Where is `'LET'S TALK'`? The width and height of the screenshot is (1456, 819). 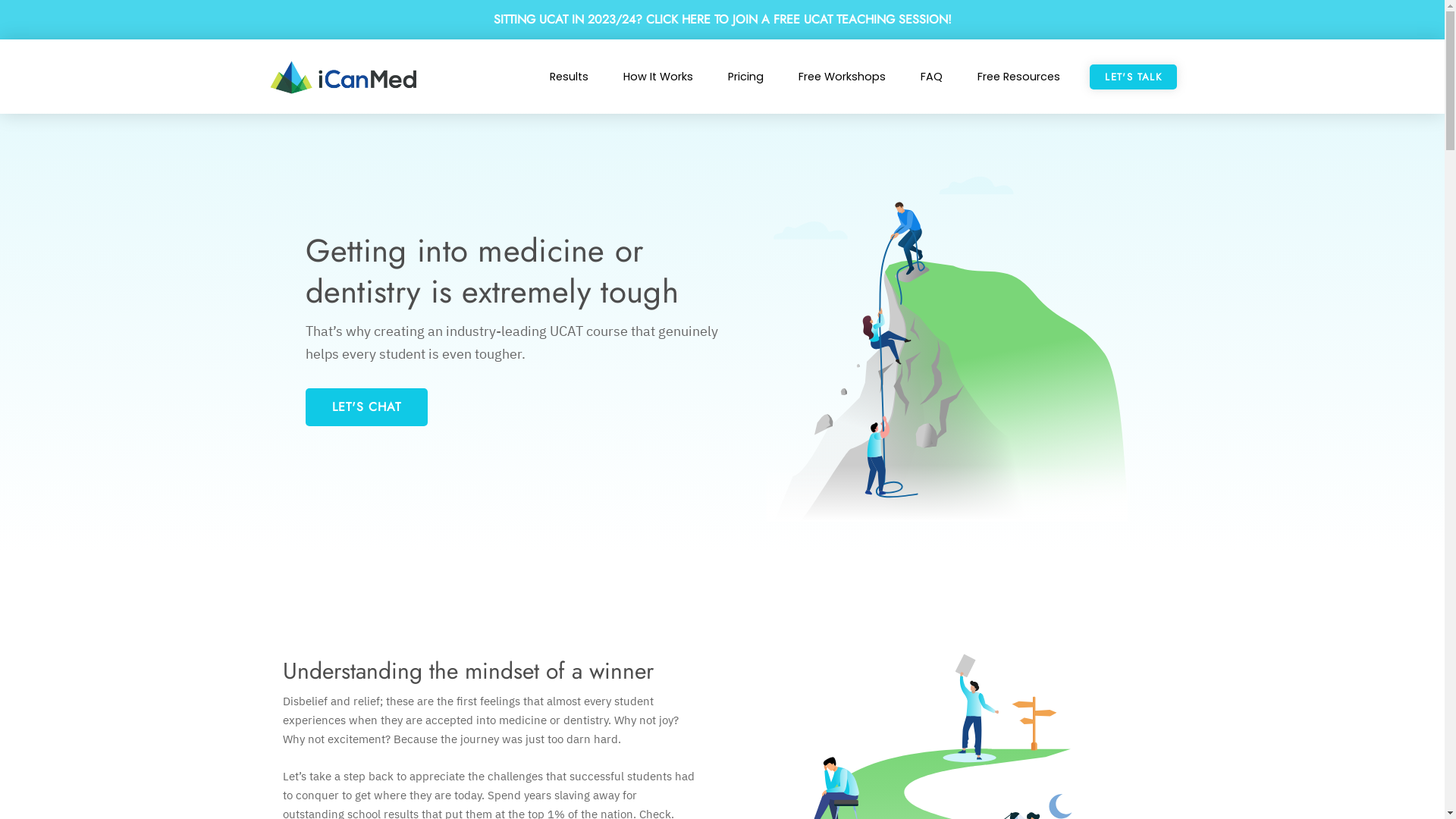
'LET'S TALK' is located at coordinates (1133, 77).